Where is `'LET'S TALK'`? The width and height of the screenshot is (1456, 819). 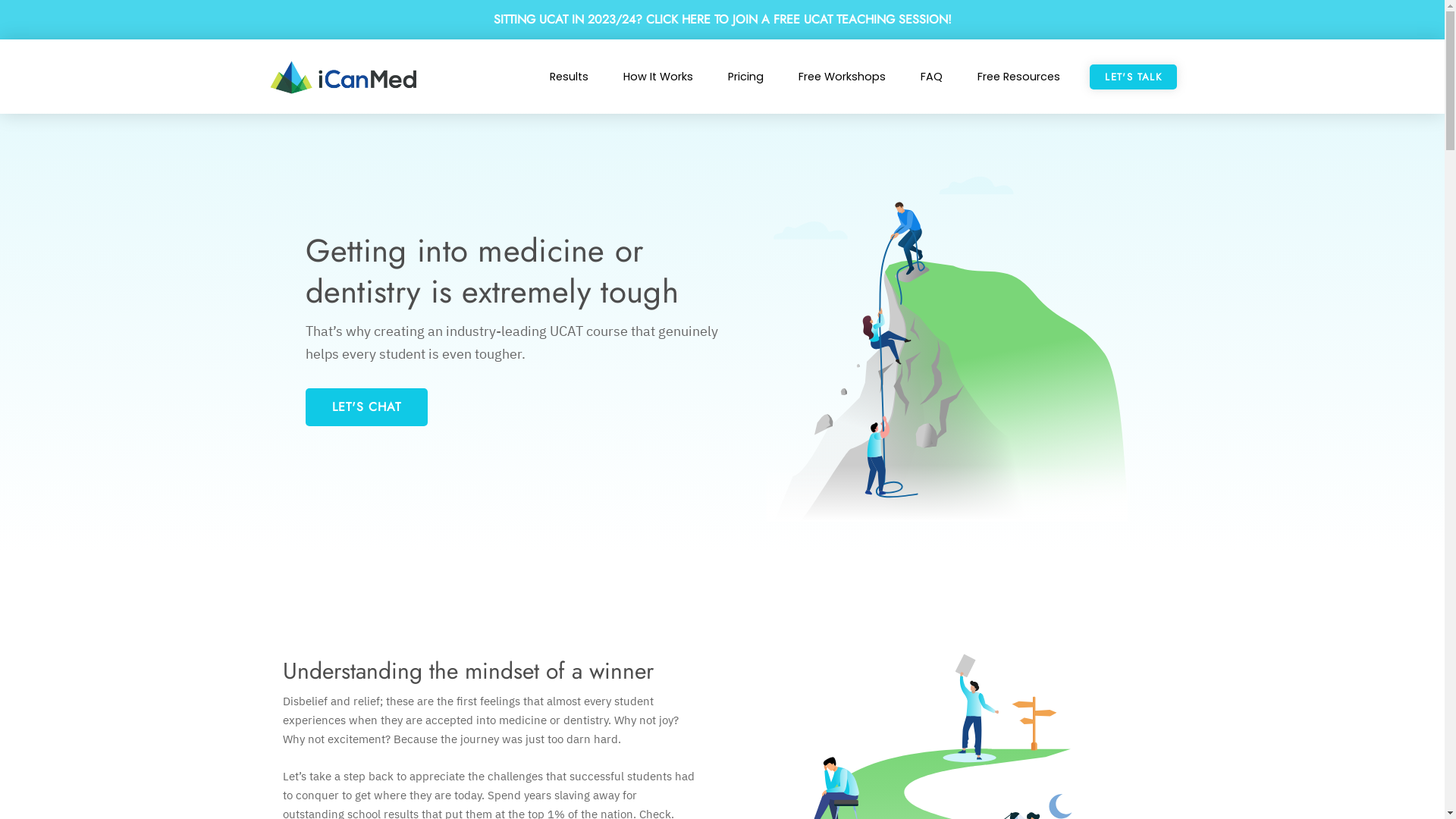
'LET'S TALK' is located at coordinates (1133, 77).